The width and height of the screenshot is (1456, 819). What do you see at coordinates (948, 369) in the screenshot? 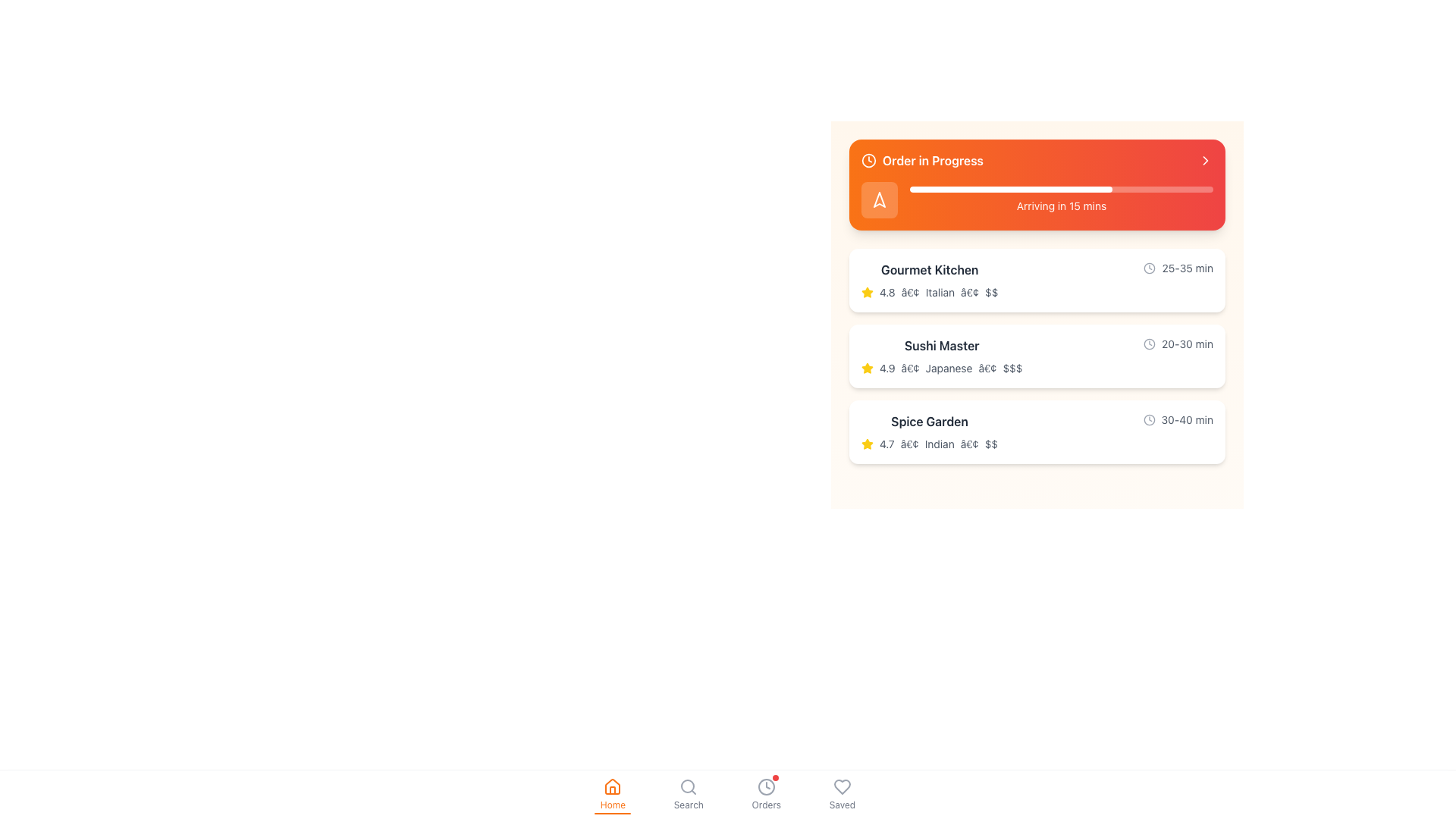
I see `text label indicating the cuisine type 'Japanese' in the second restaurant card of the list, which includes a star rating and pricing information` at bounding box center [948, 369].